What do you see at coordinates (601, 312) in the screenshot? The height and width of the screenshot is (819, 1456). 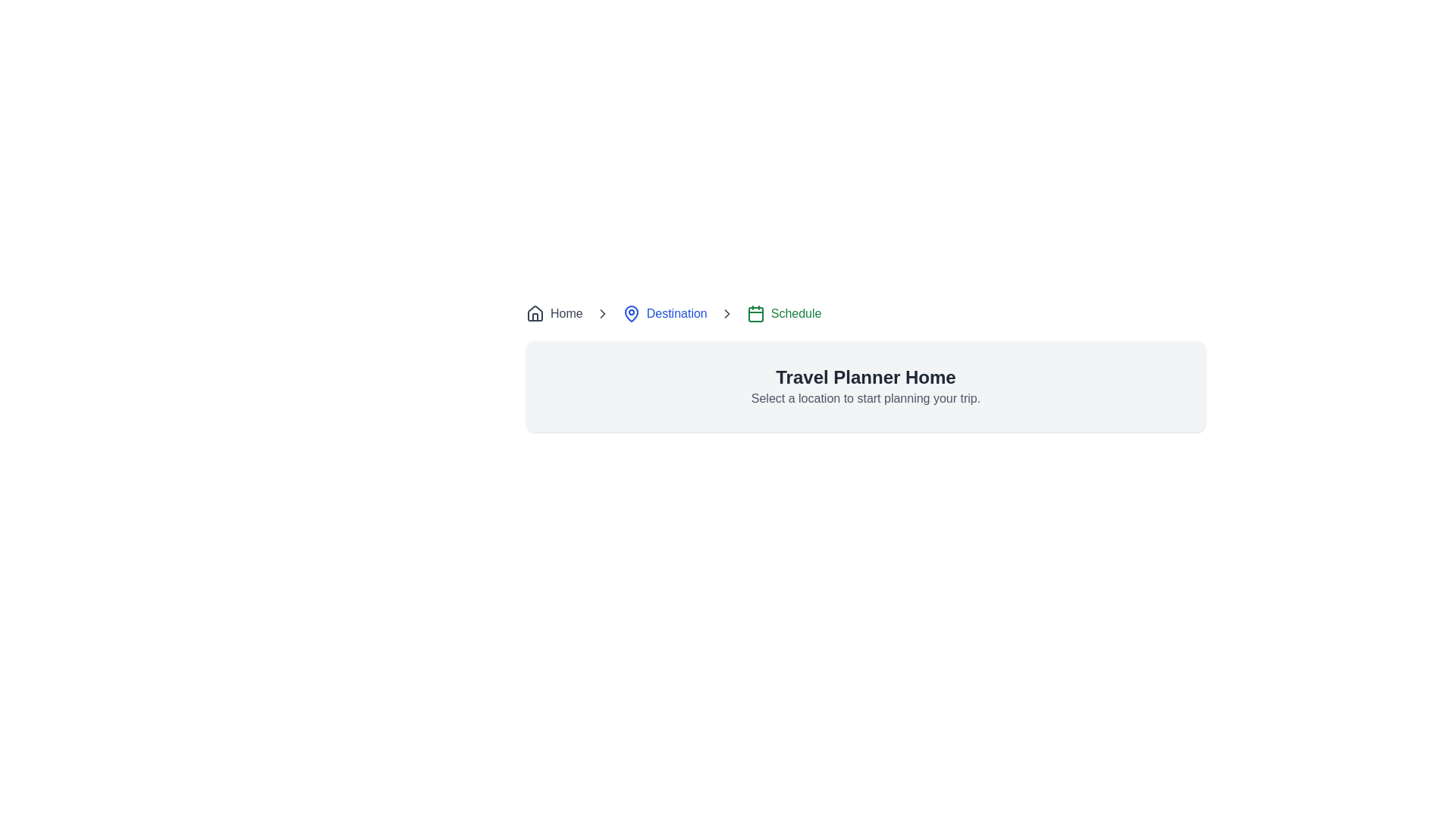 I see `the adjacent elements in the breadcrumb navigation context by interacting with the second interactive icon, which separates 'Home' and 'Destination'` at bounding box center [601, 312].